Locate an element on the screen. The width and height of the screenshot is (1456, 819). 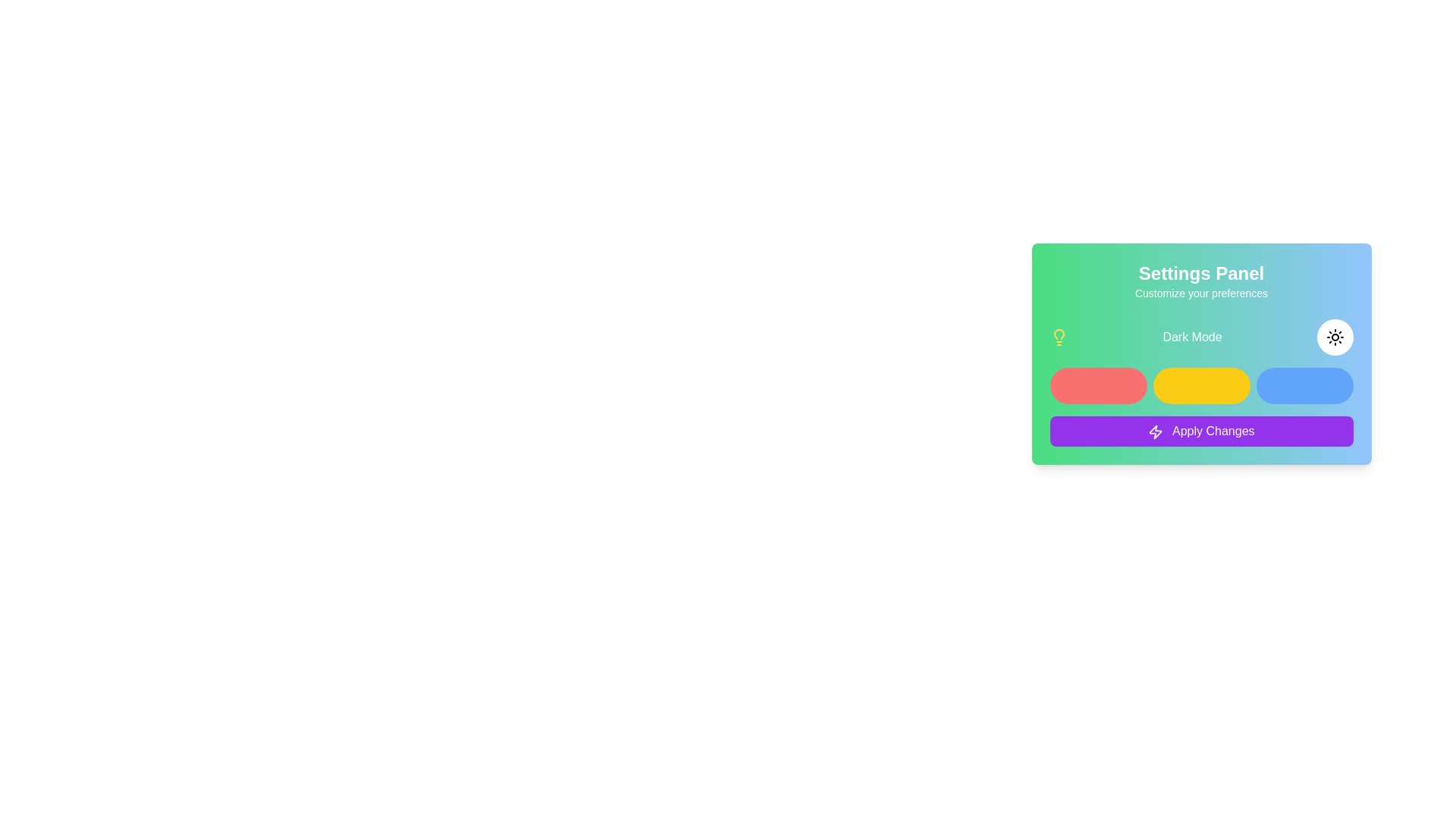
text displayed in the title and description area at the top of the settings panel, which provides context and guidance for customization options is located at coordinates (1200, 281).